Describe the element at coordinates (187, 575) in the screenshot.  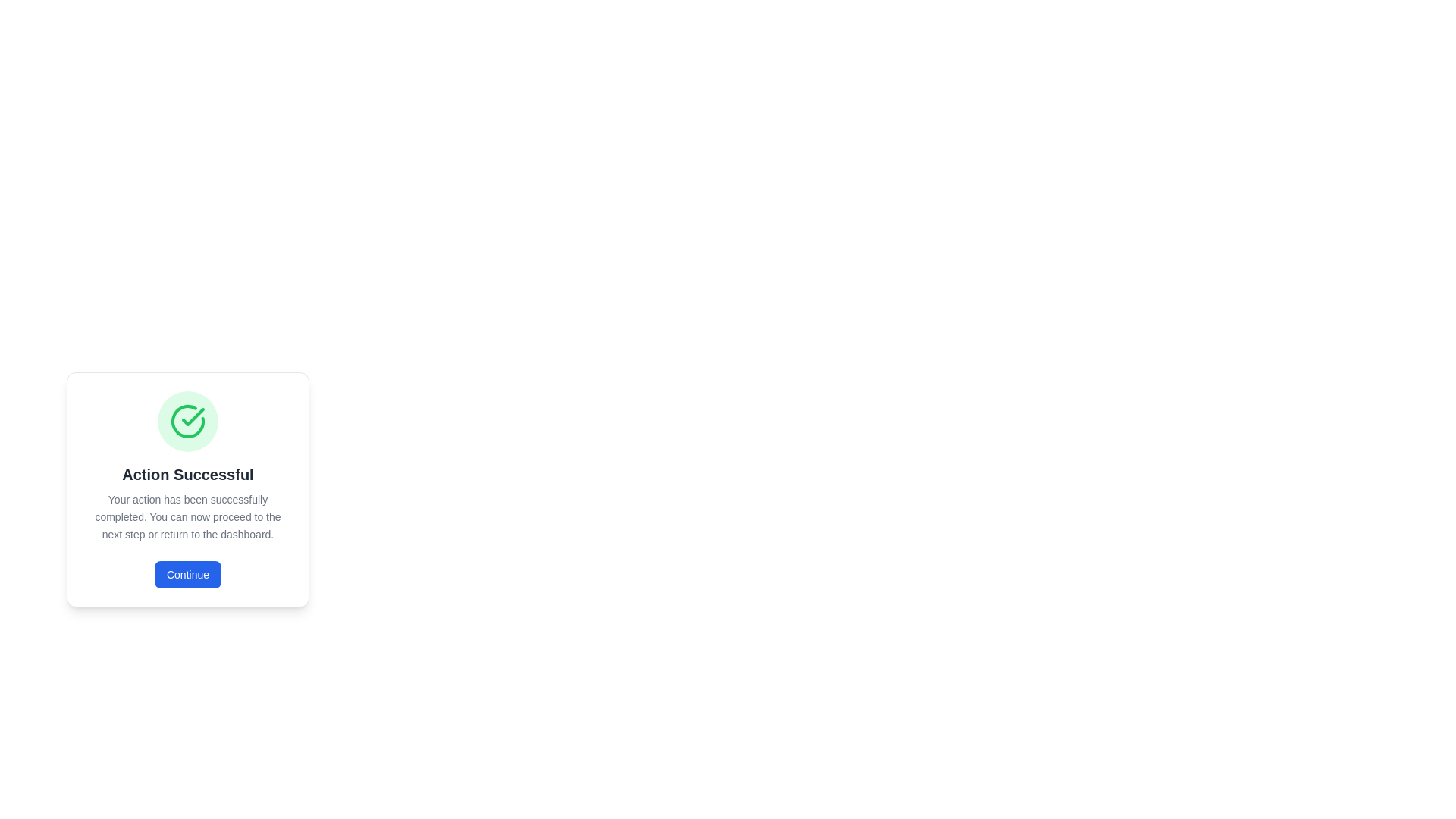
I see `the 'Continue' button with a blue background and white text` at that location.